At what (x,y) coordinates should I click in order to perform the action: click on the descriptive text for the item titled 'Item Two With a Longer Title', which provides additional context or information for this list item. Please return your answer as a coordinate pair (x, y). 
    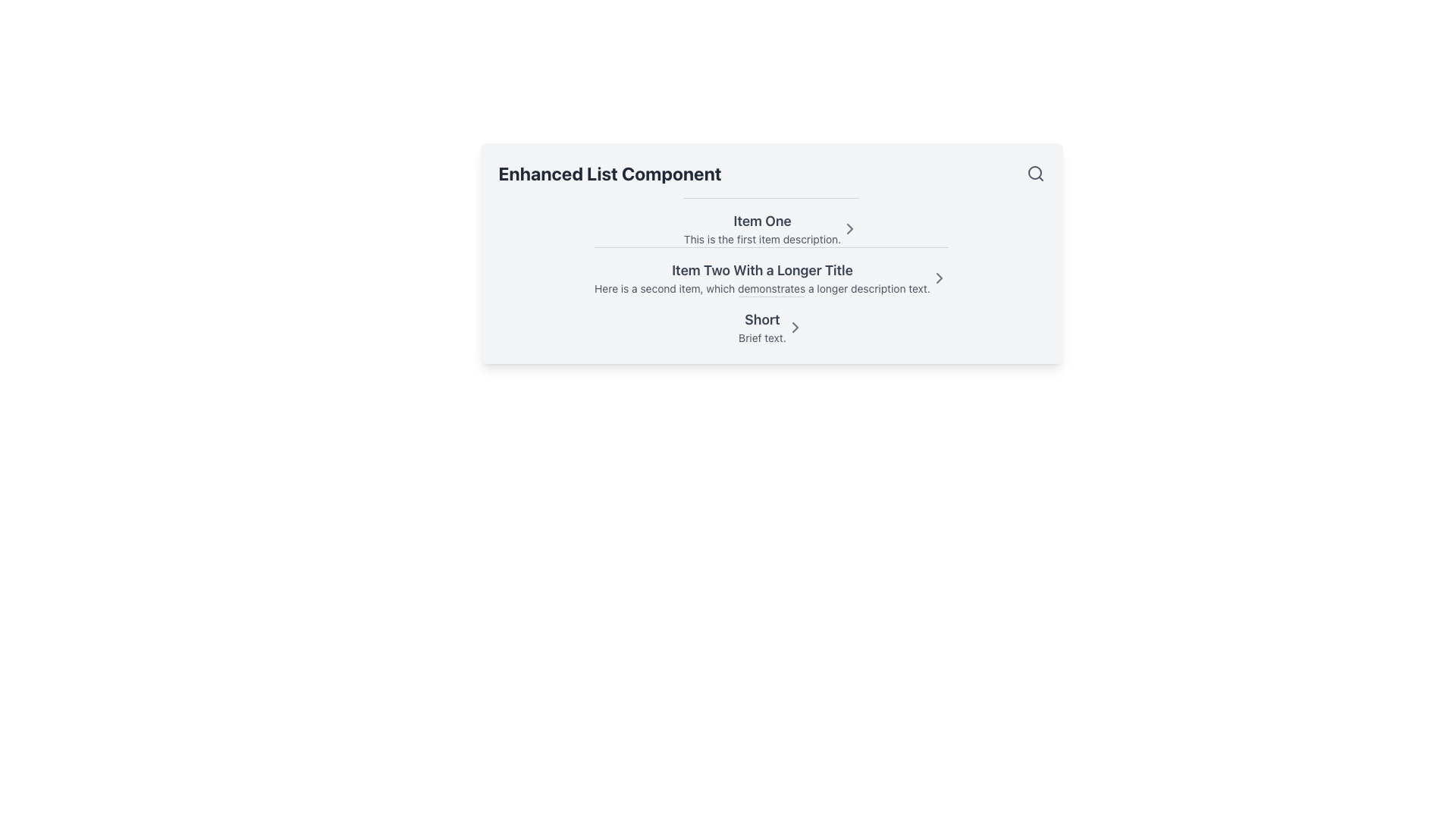
    Looking at the image, I should click on (762, 289).